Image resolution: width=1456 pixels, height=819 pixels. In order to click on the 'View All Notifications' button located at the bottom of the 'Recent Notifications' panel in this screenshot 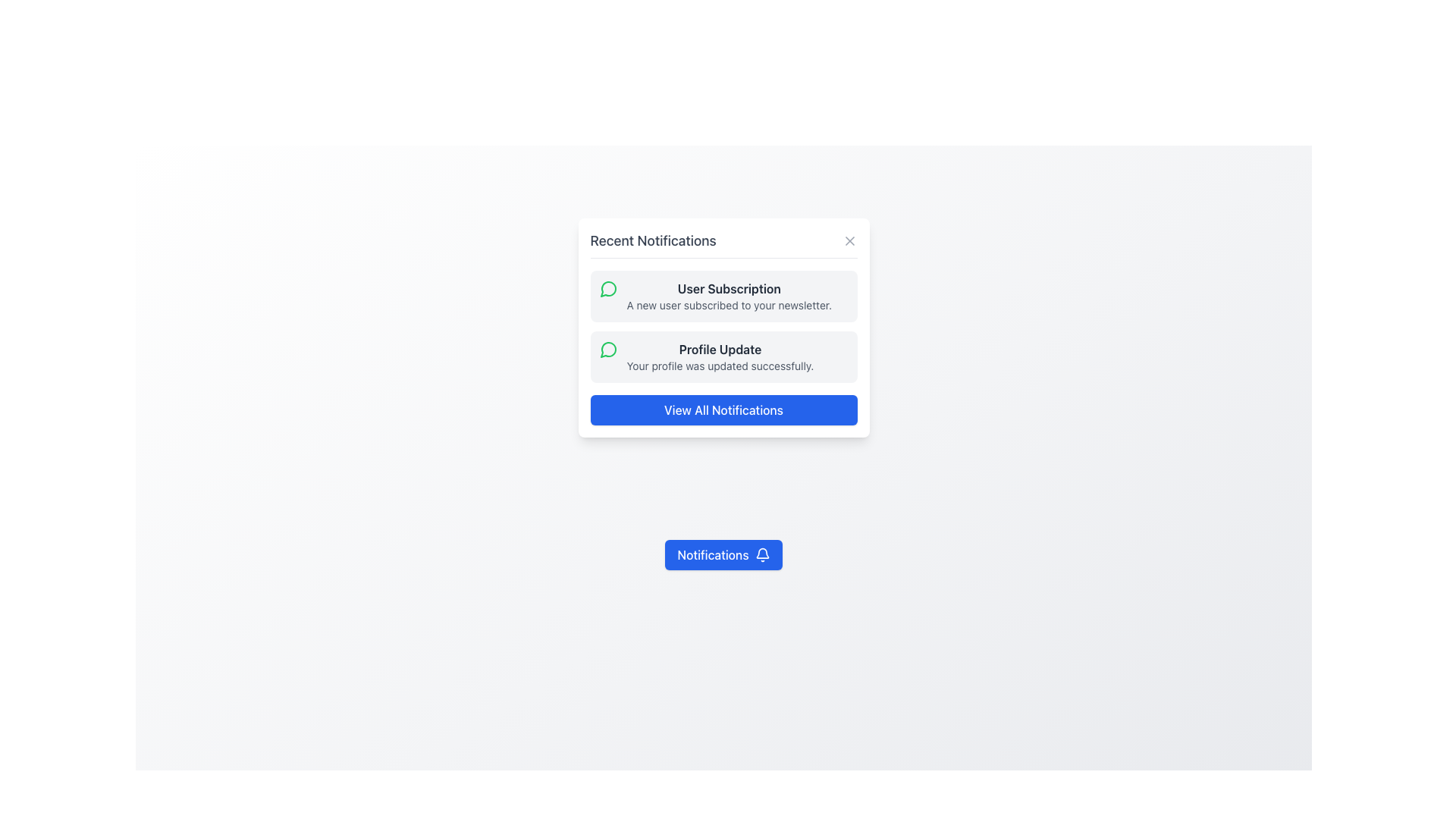, I will do `click(723, 409)`.